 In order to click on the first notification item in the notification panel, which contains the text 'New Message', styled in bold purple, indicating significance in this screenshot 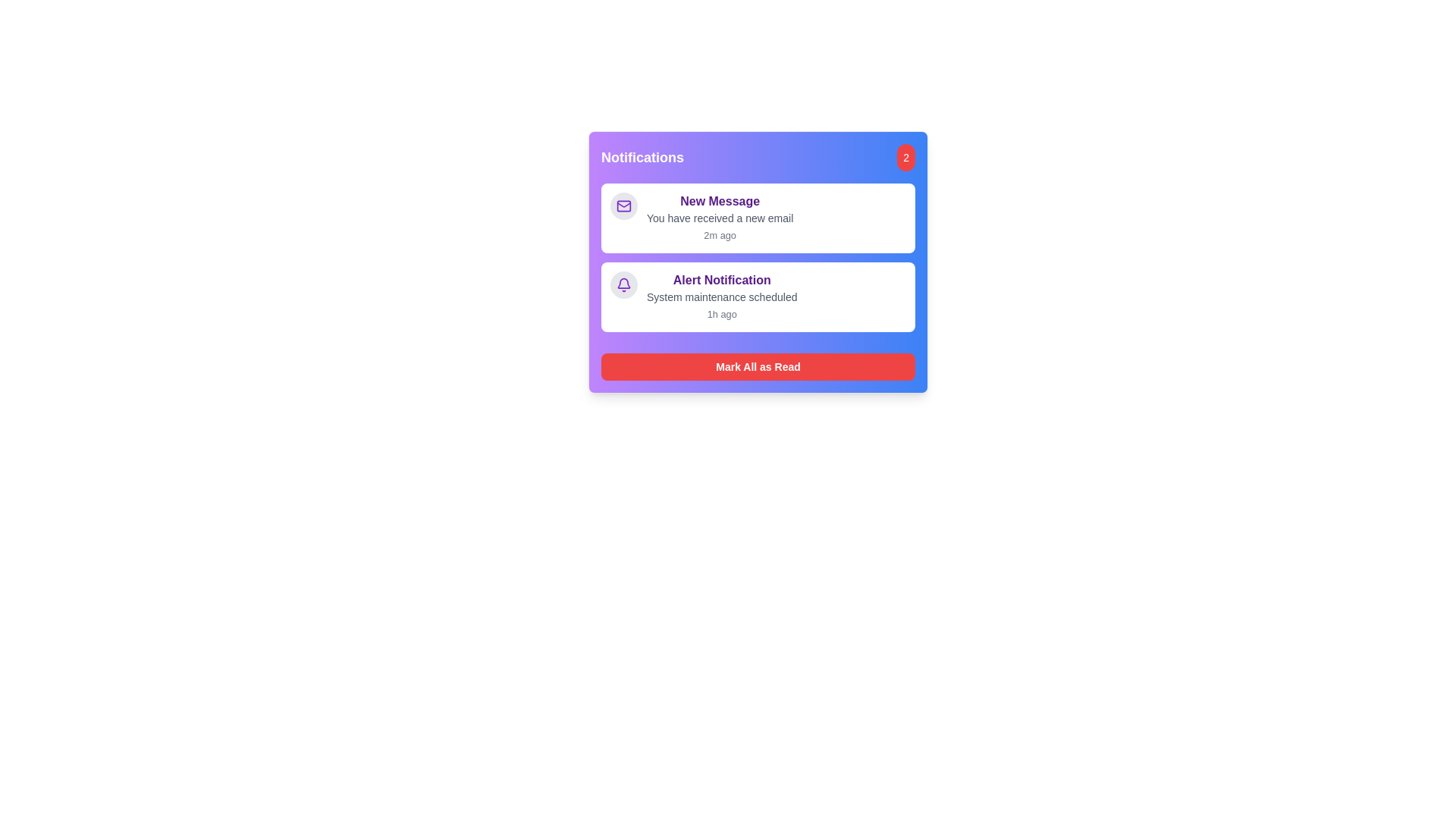, I will do `click(719, 218)`.